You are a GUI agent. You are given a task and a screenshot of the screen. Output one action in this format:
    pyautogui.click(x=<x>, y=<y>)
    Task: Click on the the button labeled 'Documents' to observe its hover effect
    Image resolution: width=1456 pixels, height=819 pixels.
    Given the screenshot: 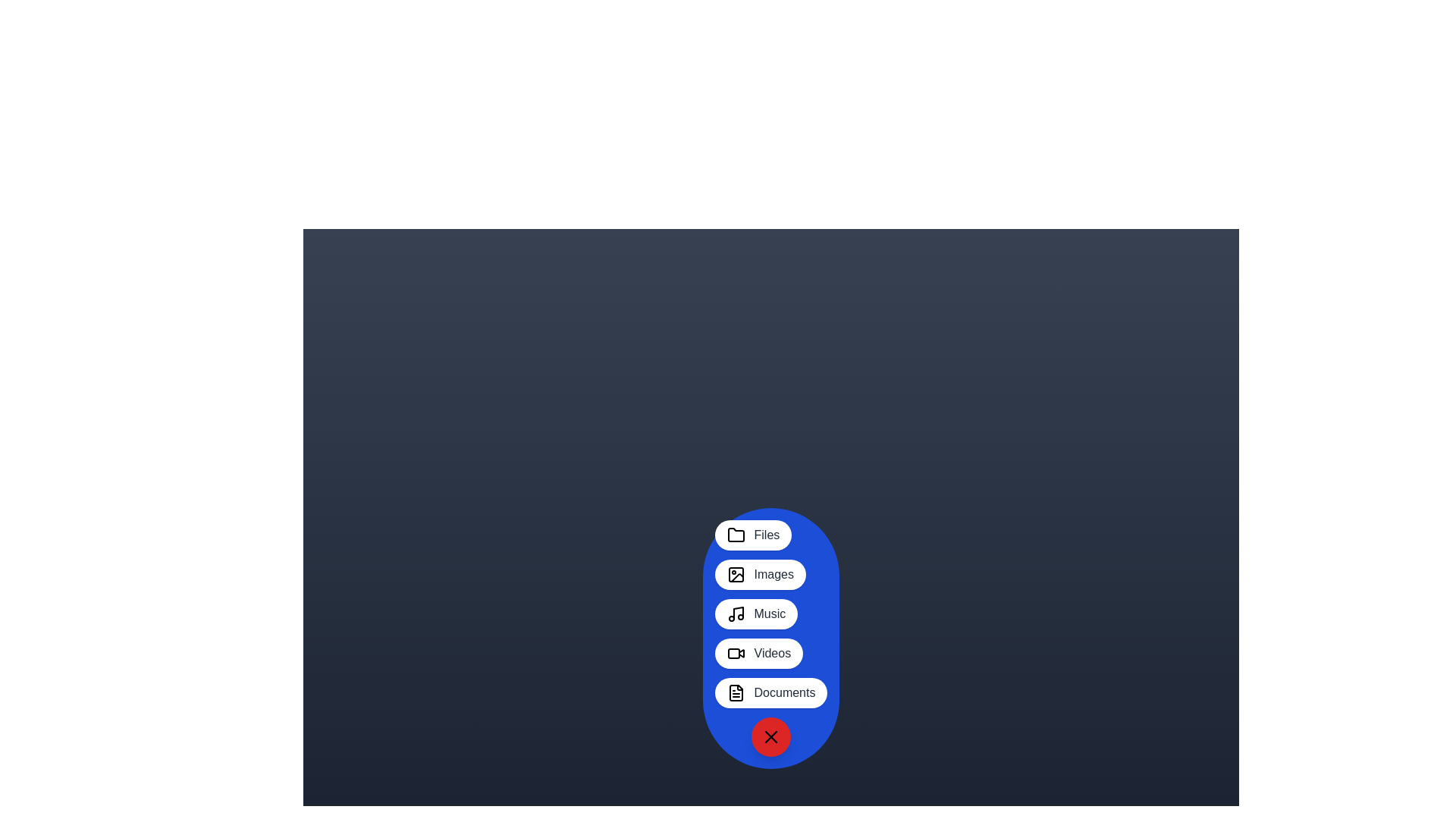 What is the action you would take?
    pyautogui.click(x=771, y=693)
    